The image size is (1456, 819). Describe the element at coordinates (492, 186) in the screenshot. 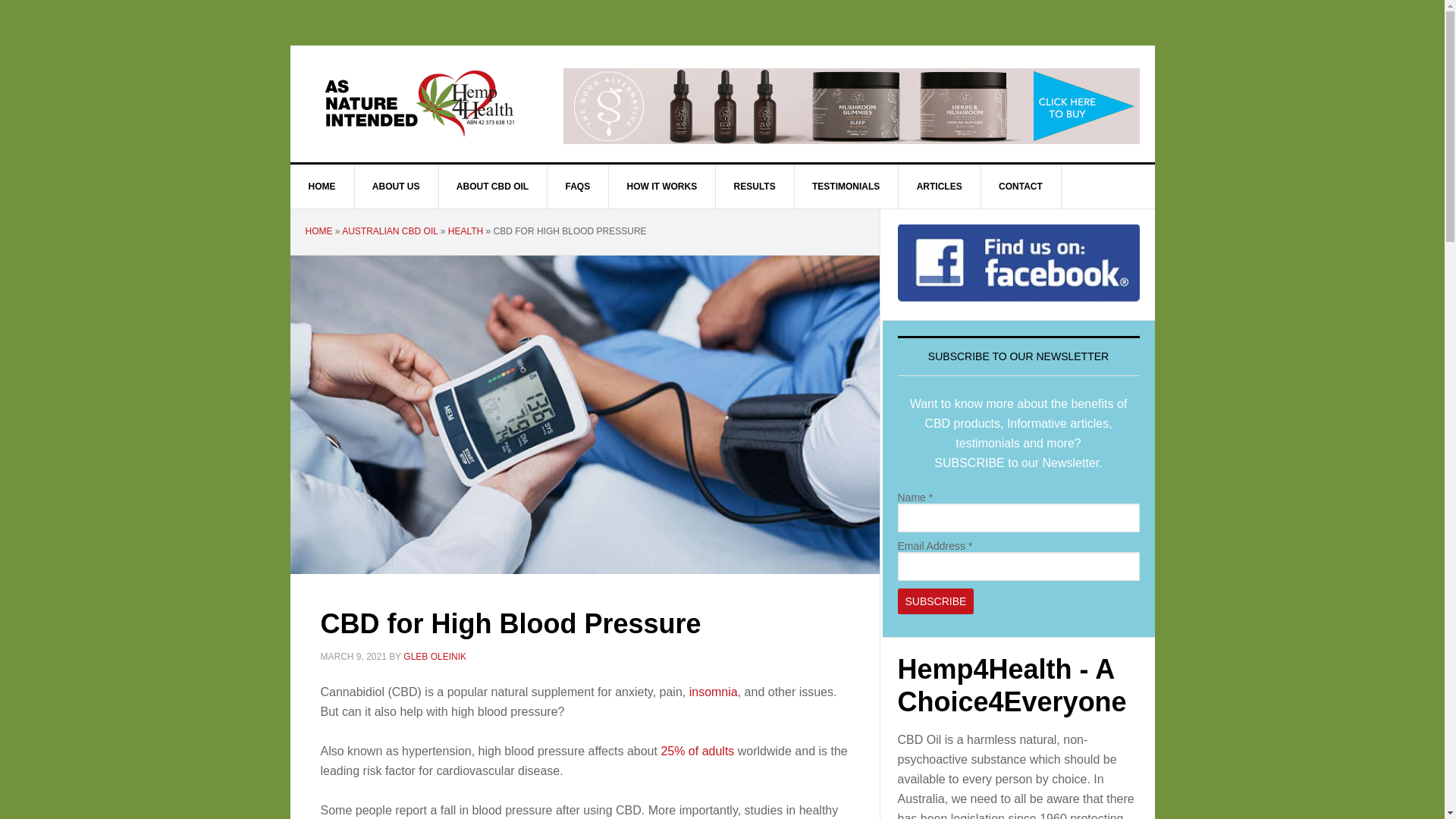

I see `'ABOUT CBD OIL'` at that location.